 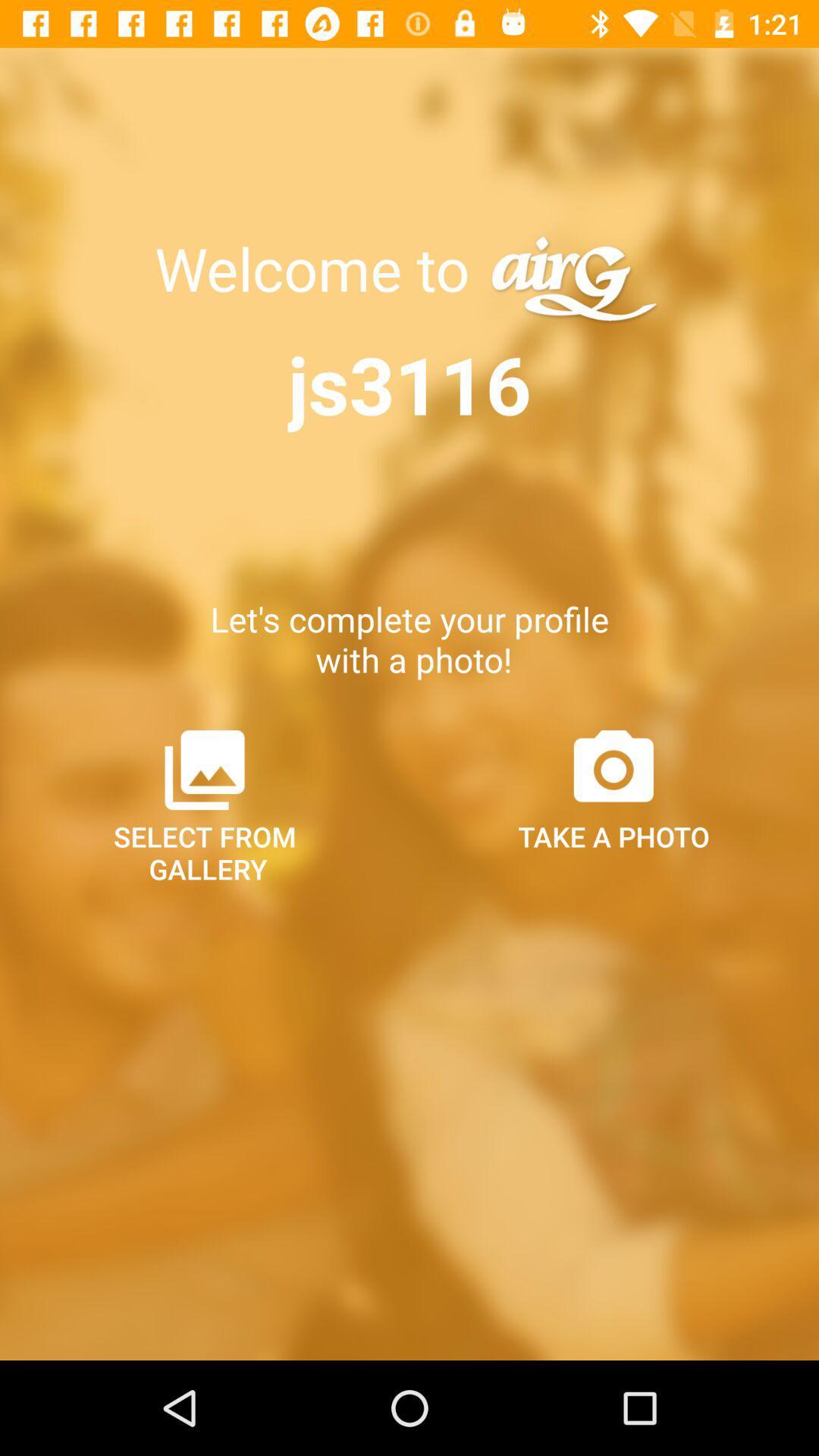 I want to click on the welcome to  item, so click(x=318, y=268).